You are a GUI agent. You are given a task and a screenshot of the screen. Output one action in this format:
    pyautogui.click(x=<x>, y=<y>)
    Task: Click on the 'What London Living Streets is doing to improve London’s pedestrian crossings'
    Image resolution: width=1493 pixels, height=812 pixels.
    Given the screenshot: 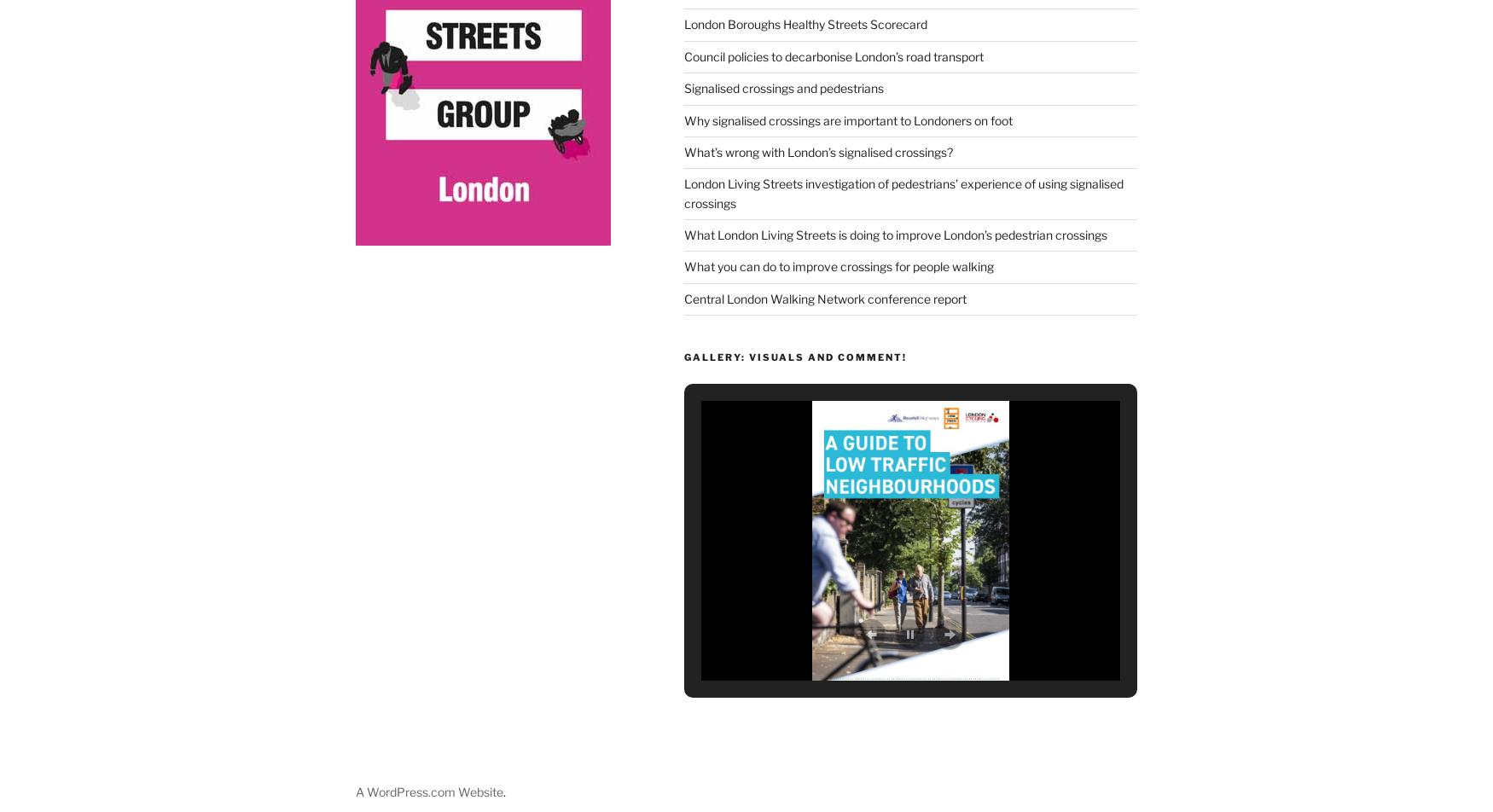 What is the action you would take?
    pyautogui.click(x=893, y=230)
    